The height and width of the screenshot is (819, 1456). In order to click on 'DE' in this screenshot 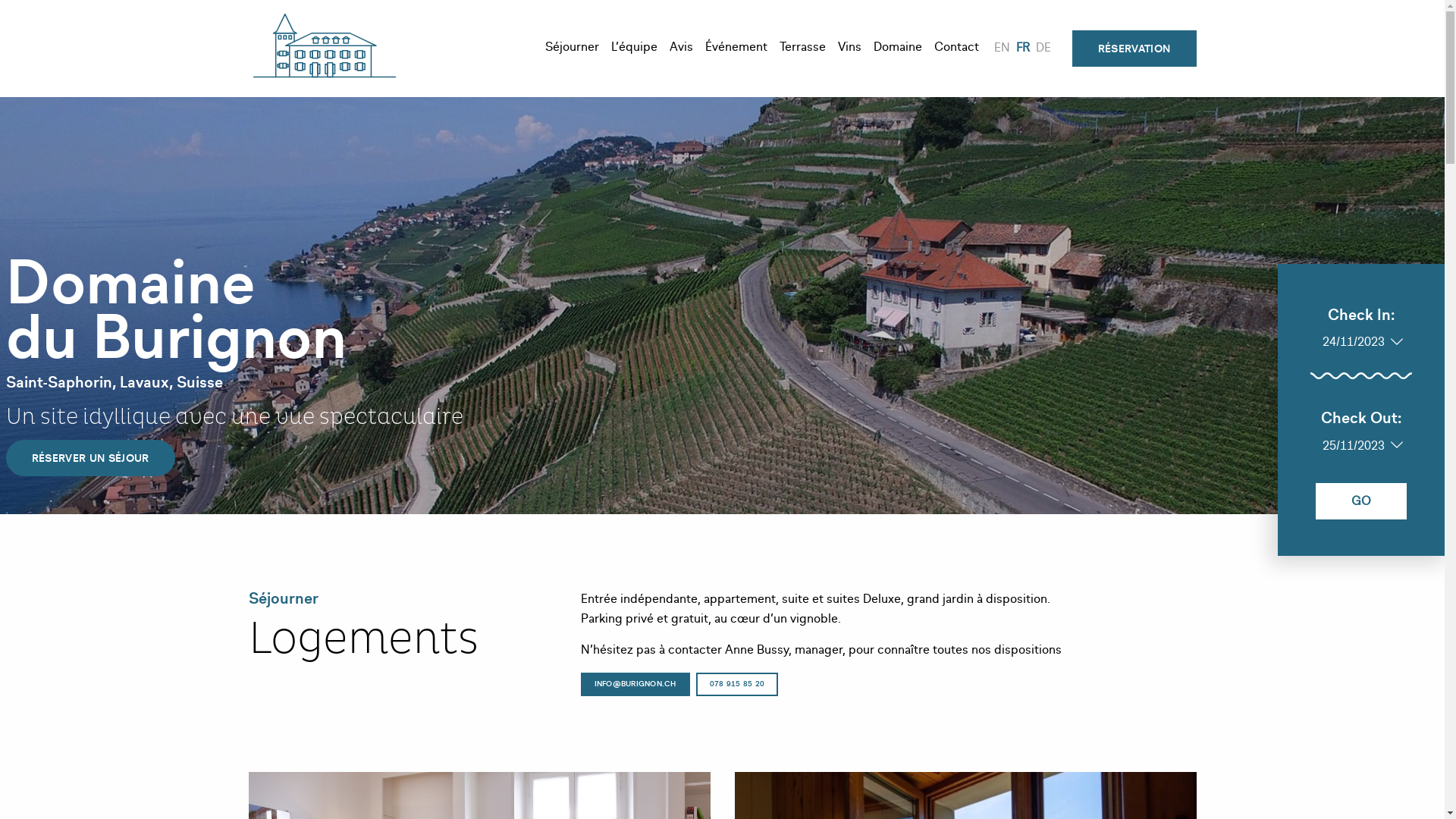, I will do `click(1043, 48)`.